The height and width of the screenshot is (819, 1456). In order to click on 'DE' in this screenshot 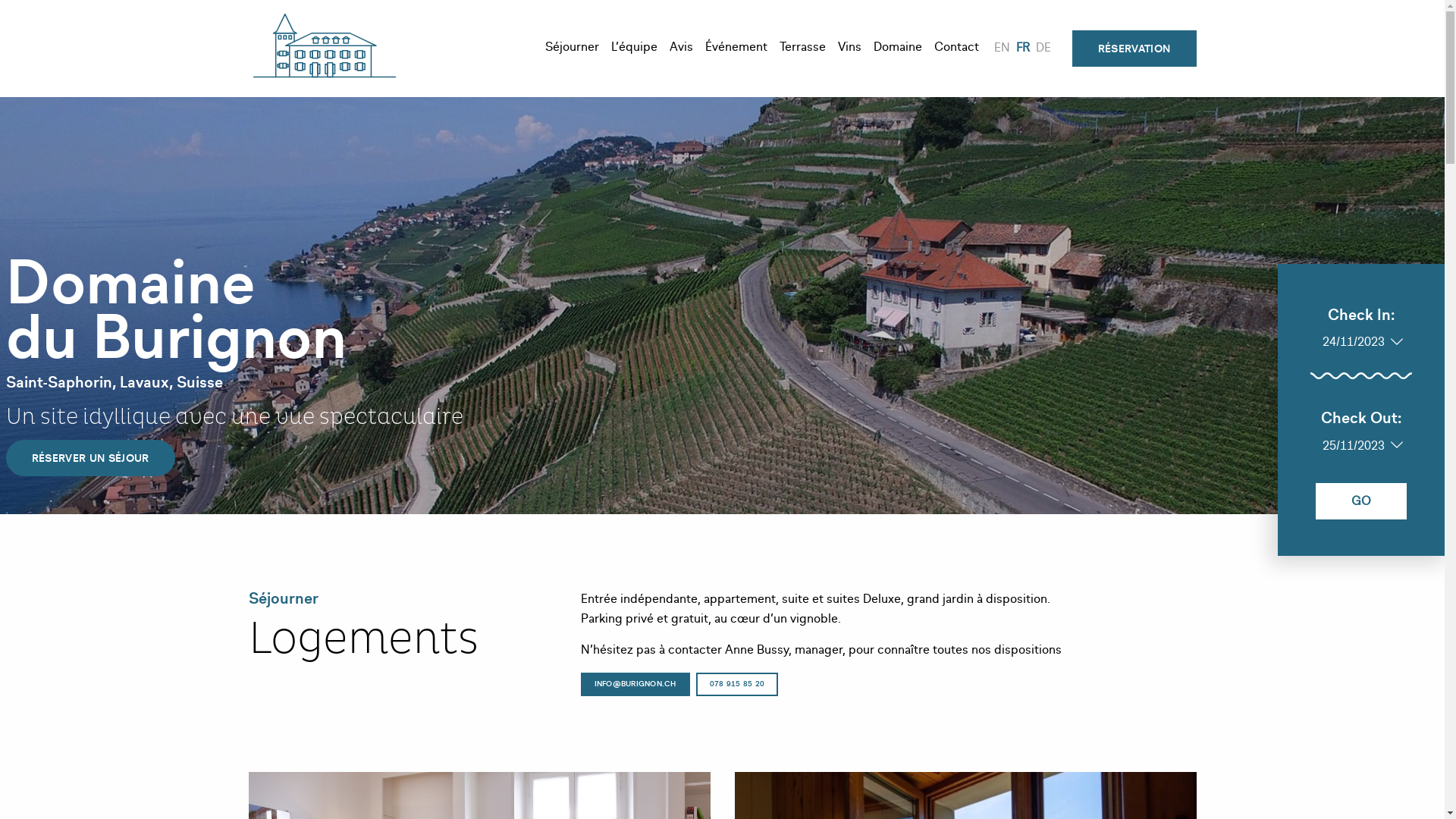, I will do `click(1043, 48)`.